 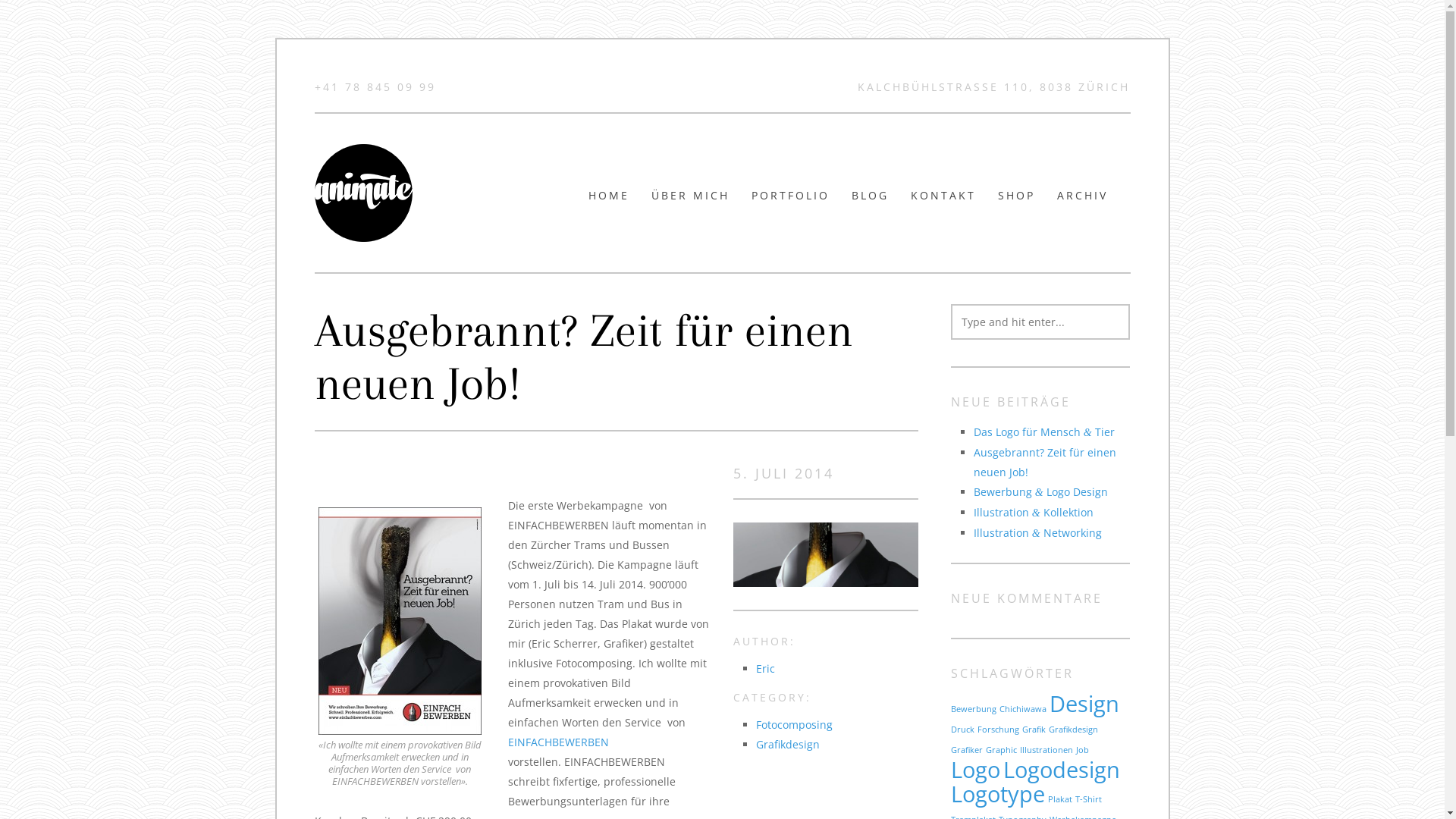 I want to click on 'Chichiwawa', so click(x=1022, y=708).